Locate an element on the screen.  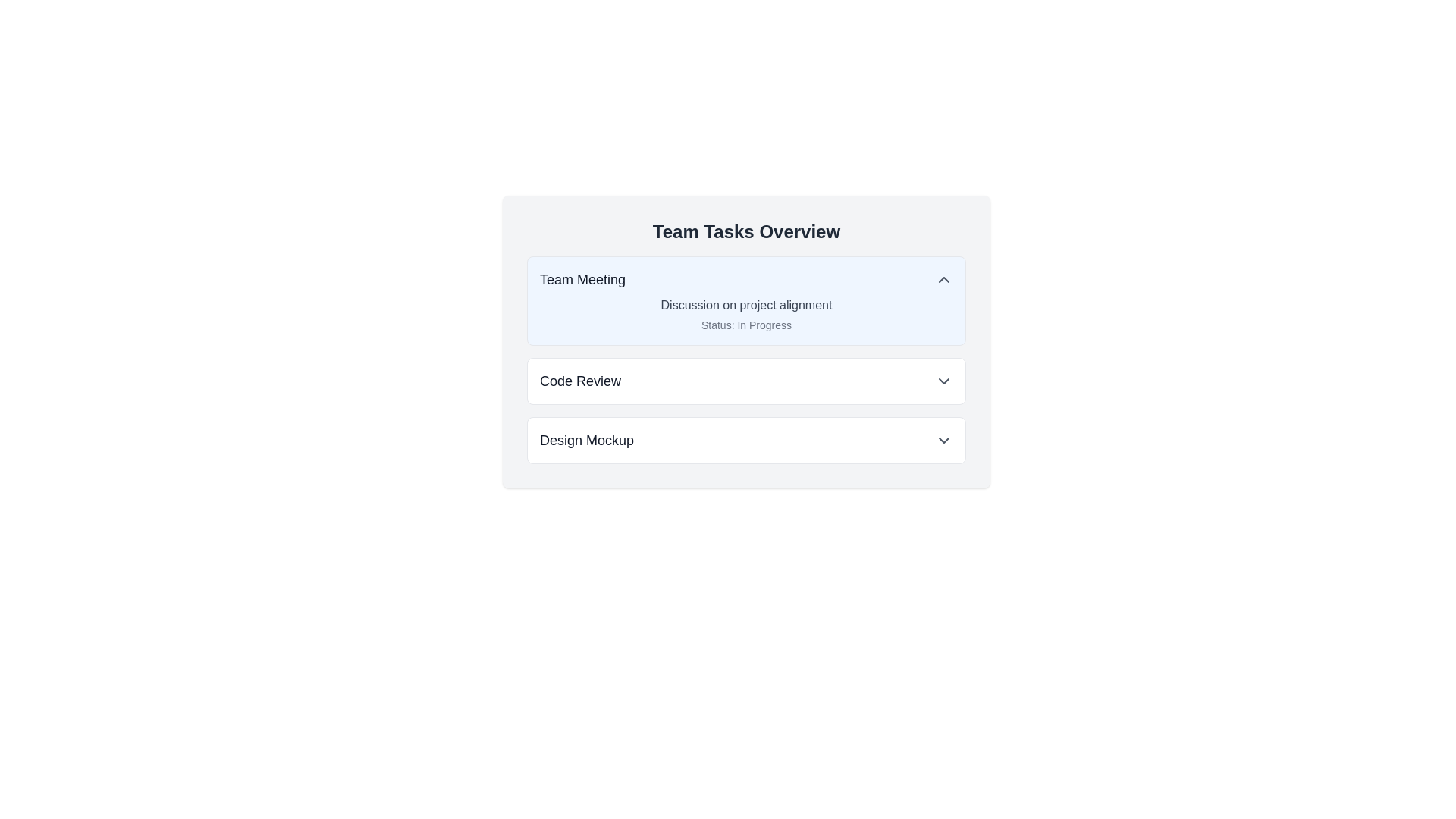
the 'Code Review' text label, which is bold and prominently displayed in a large dark font, located in the second section of the task overview panel, between the 'Team Meeting' and 'Design Mockup' sections is located at coordinates (579, 380).